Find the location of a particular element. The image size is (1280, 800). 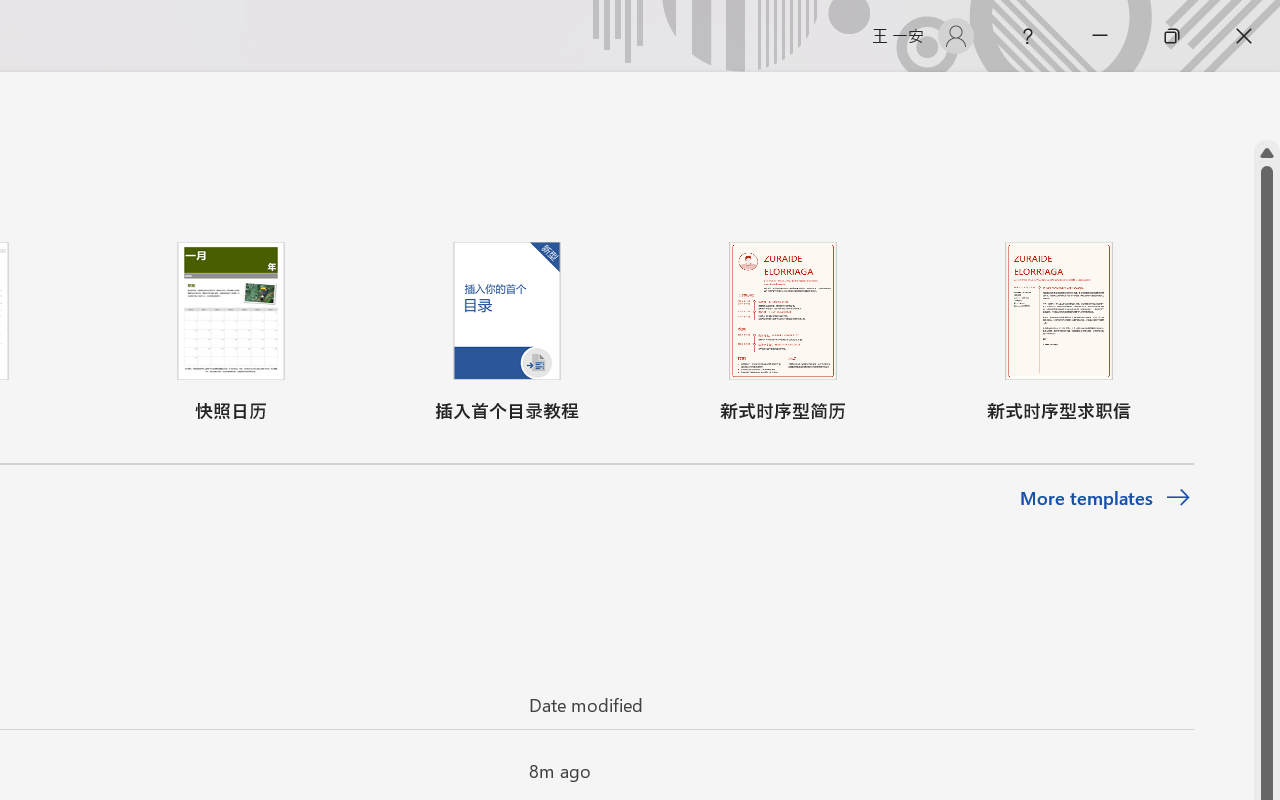

'More templates' is located at coordinates (1104, 498).